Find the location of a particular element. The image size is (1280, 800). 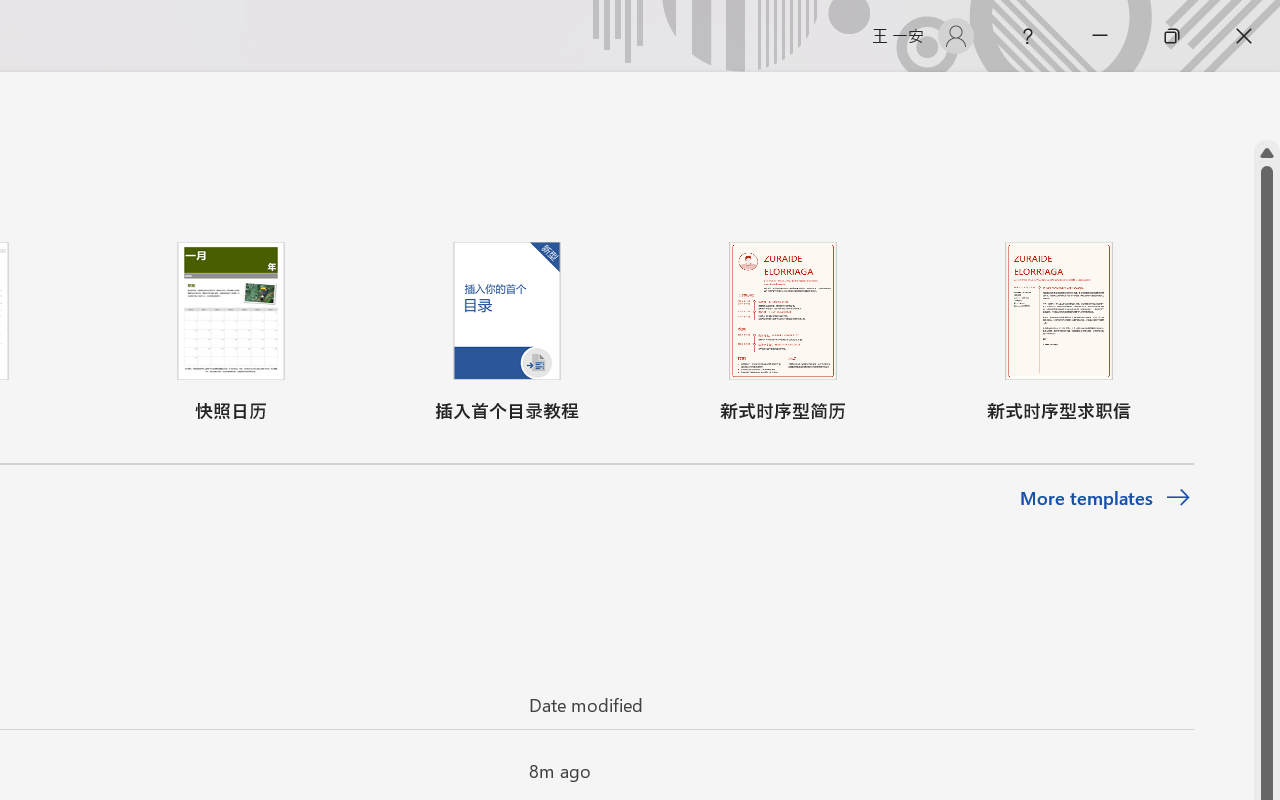

'More templates' is located at coordinates (1104, 498).